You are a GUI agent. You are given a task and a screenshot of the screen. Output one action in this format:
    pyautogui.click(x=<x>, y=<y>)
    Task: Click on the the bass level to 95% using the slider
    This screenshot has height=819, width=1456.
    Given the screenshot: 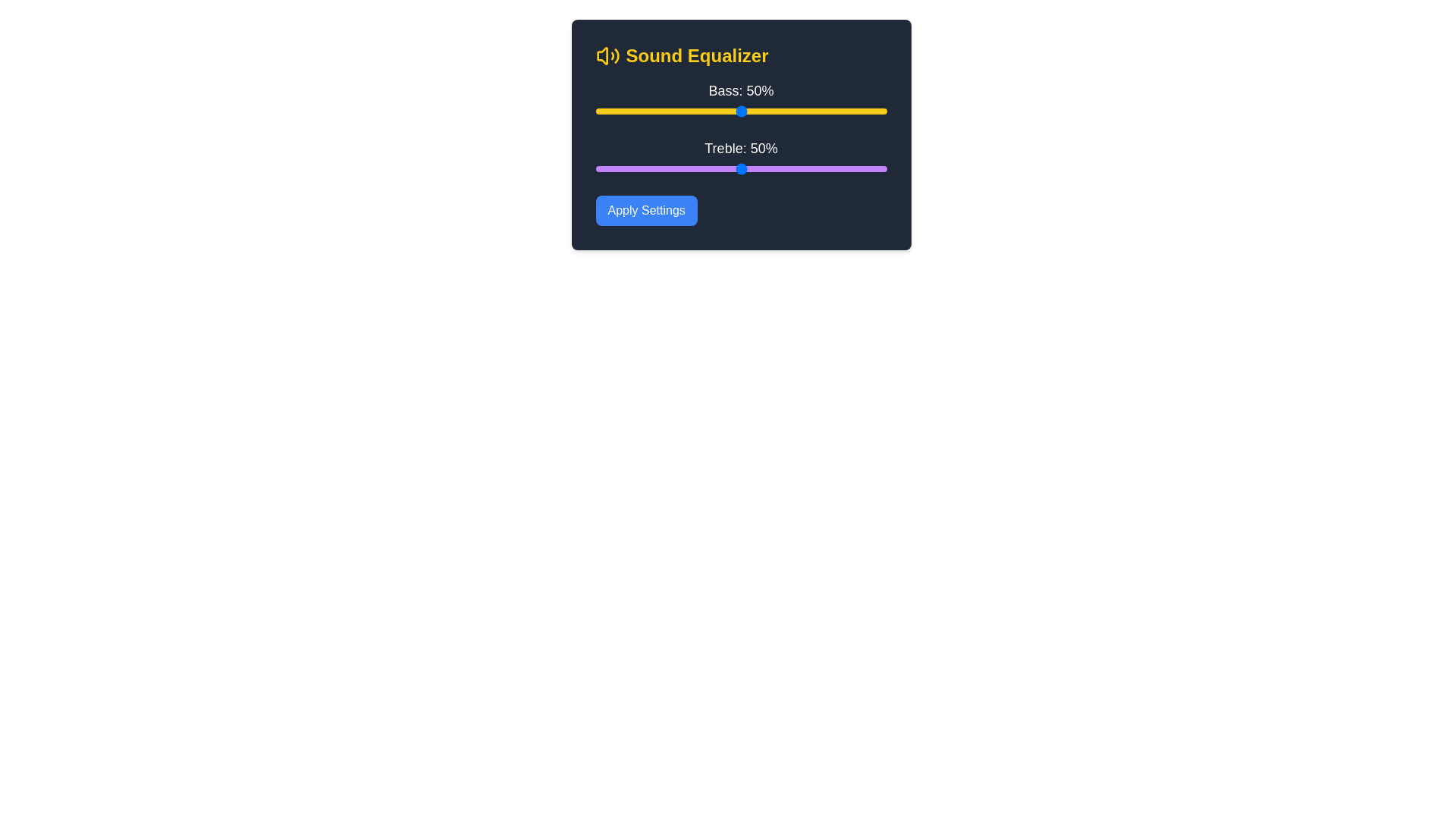 What is the action you would take?
    pyautogui.click(x=872, y=110)
    